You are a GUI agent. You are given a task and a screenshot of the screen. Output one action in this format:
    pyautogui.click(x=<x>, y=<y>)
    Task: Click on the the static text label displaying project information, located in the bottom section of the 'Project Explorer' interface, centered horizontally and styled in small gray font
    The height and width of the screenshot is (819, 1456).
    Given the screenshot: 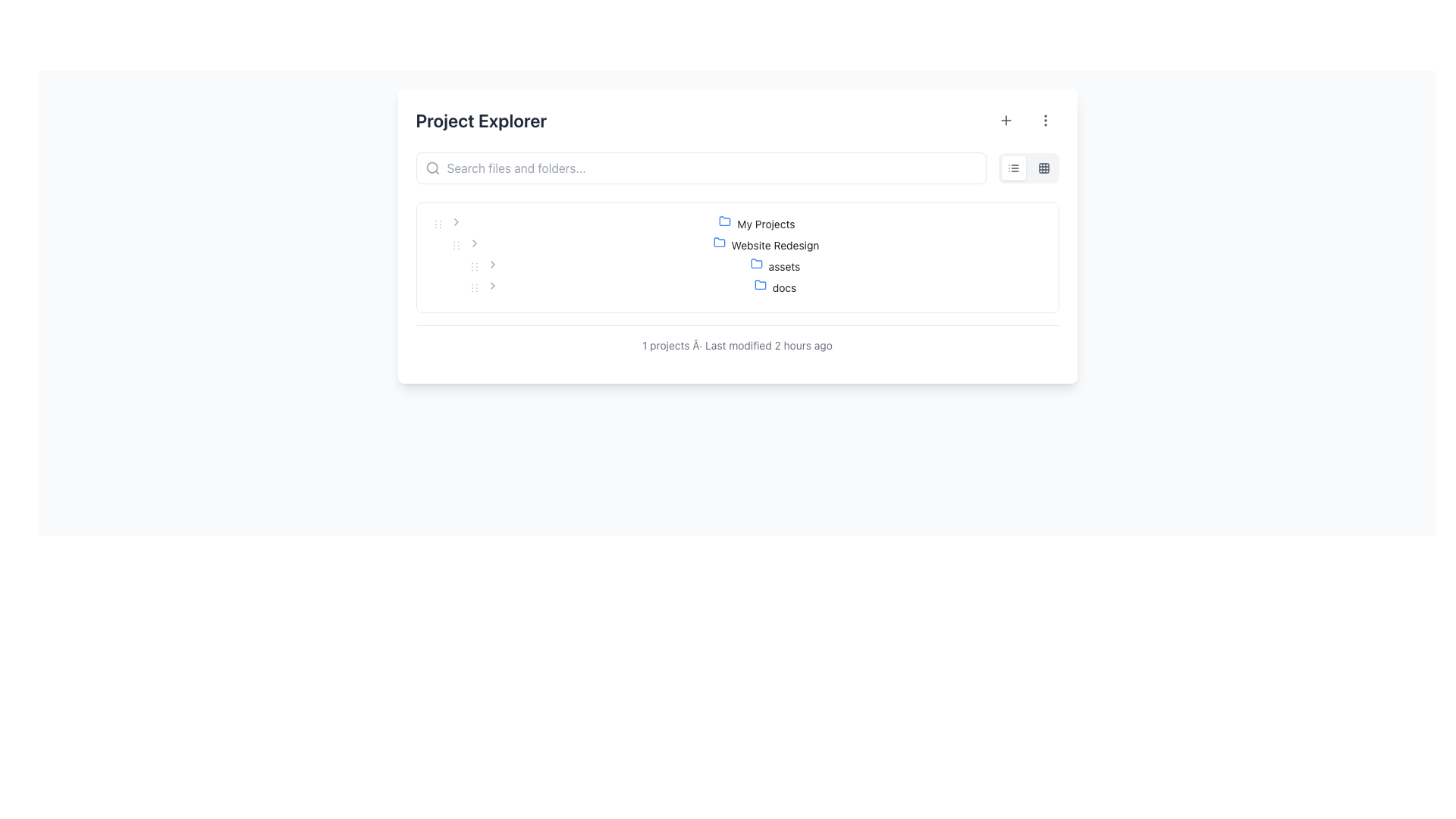 What is the action you would take?
    pyautogui.click(x=737, y=345)
    